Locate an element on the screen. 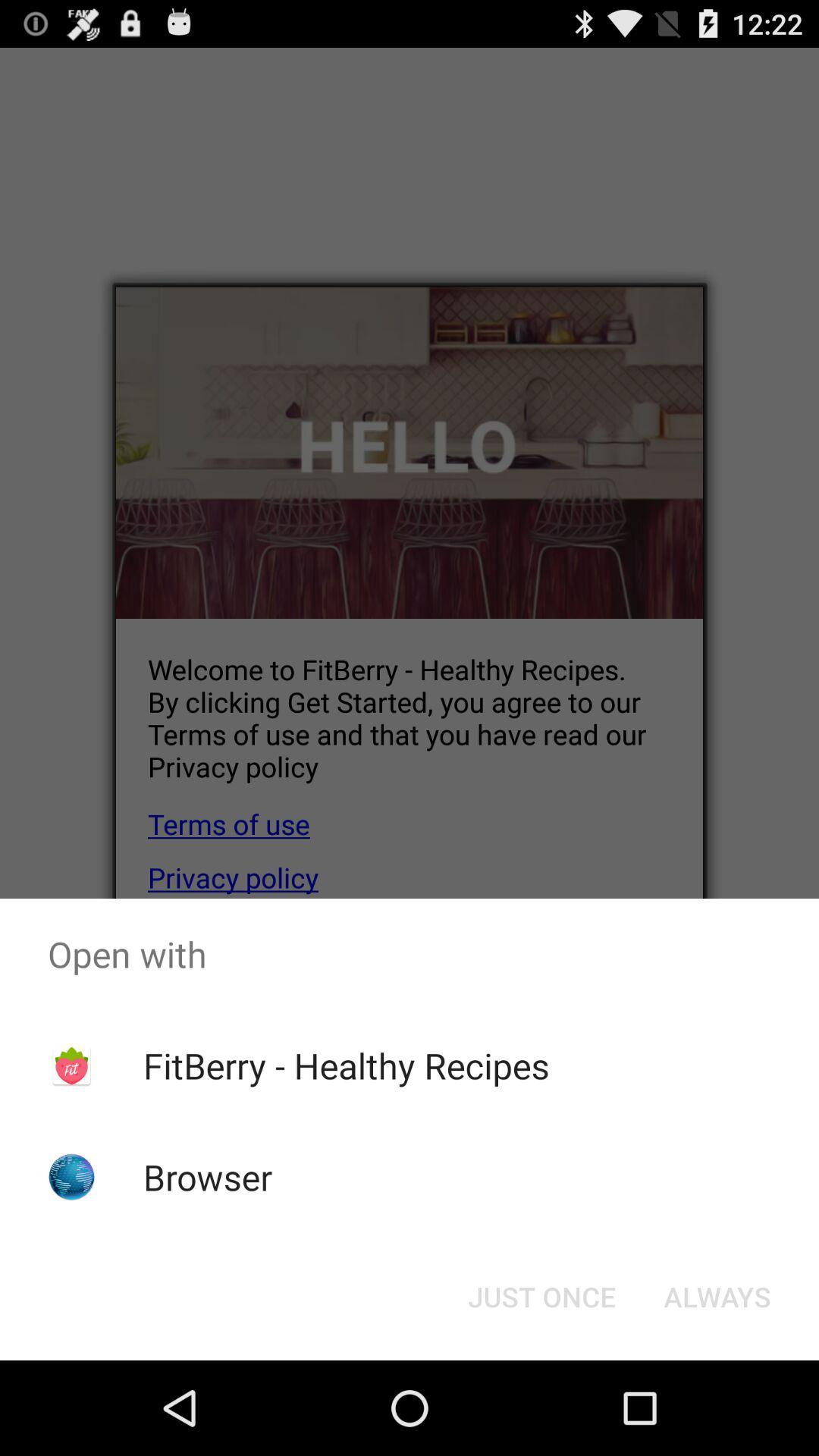  the item below open with icon is located at coordinates (346, 1065).